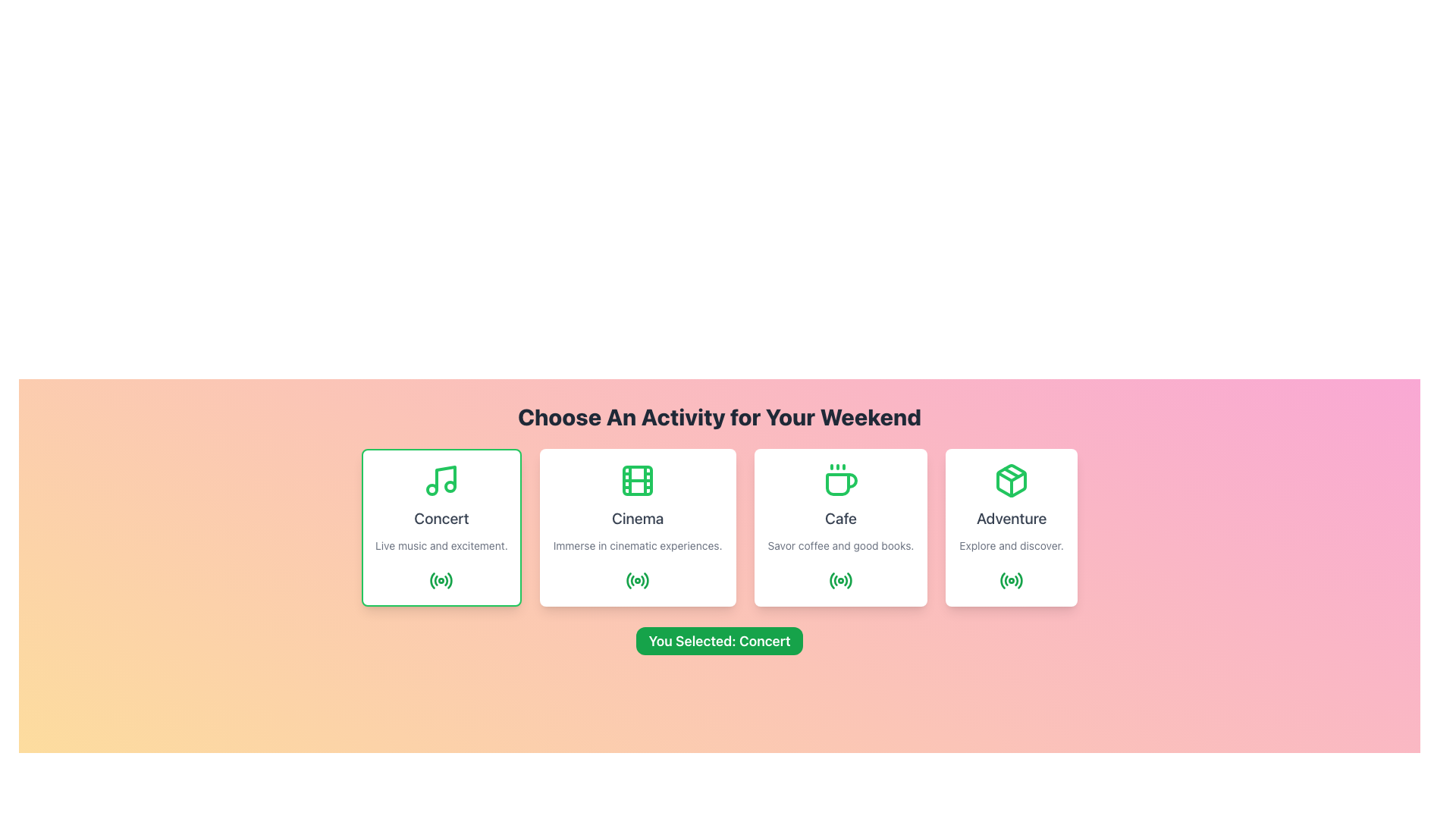  What do you see at coordinates (441, 526) in the screenshot?
I see `the first Button-like card labeled 'Concert' which features a green music note icon and a green radio wave icon at the bottom` at bounding box center [441, 526].